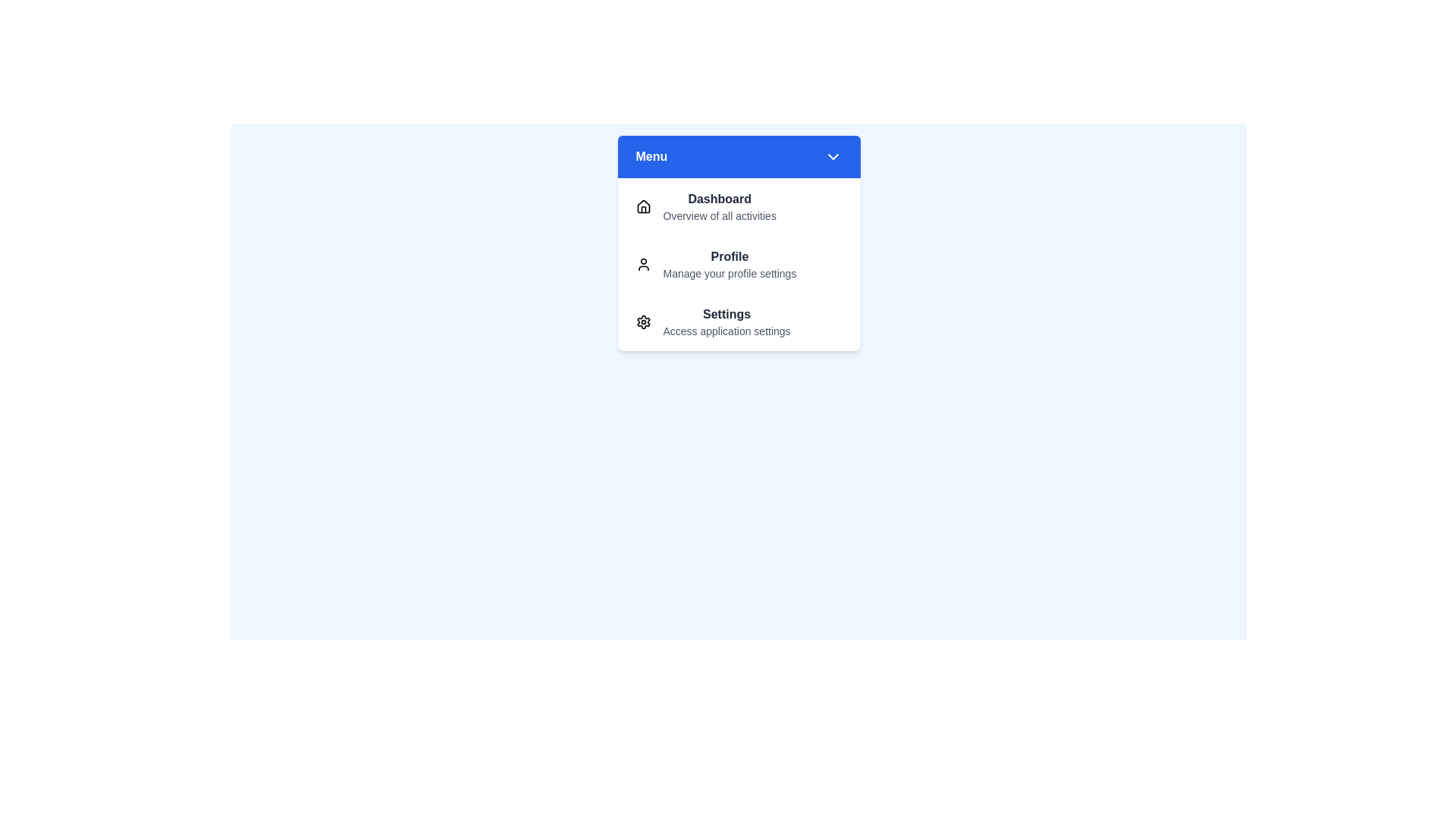  I want to click on the menu item corresponding to Settings, so click(739, 321).